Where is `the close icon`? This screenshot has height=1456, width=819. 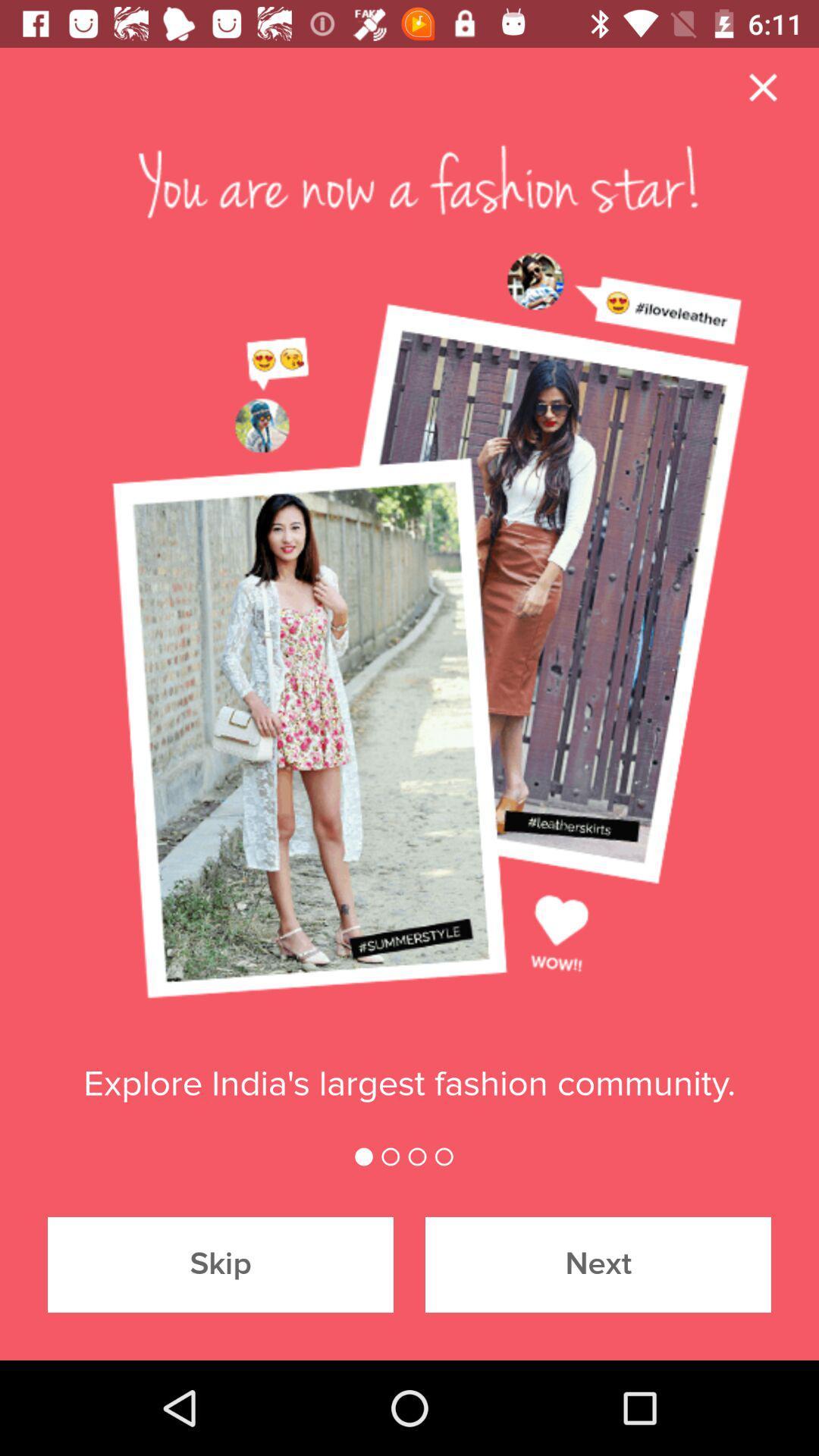 the close icon is located at coordinates (763, 86).